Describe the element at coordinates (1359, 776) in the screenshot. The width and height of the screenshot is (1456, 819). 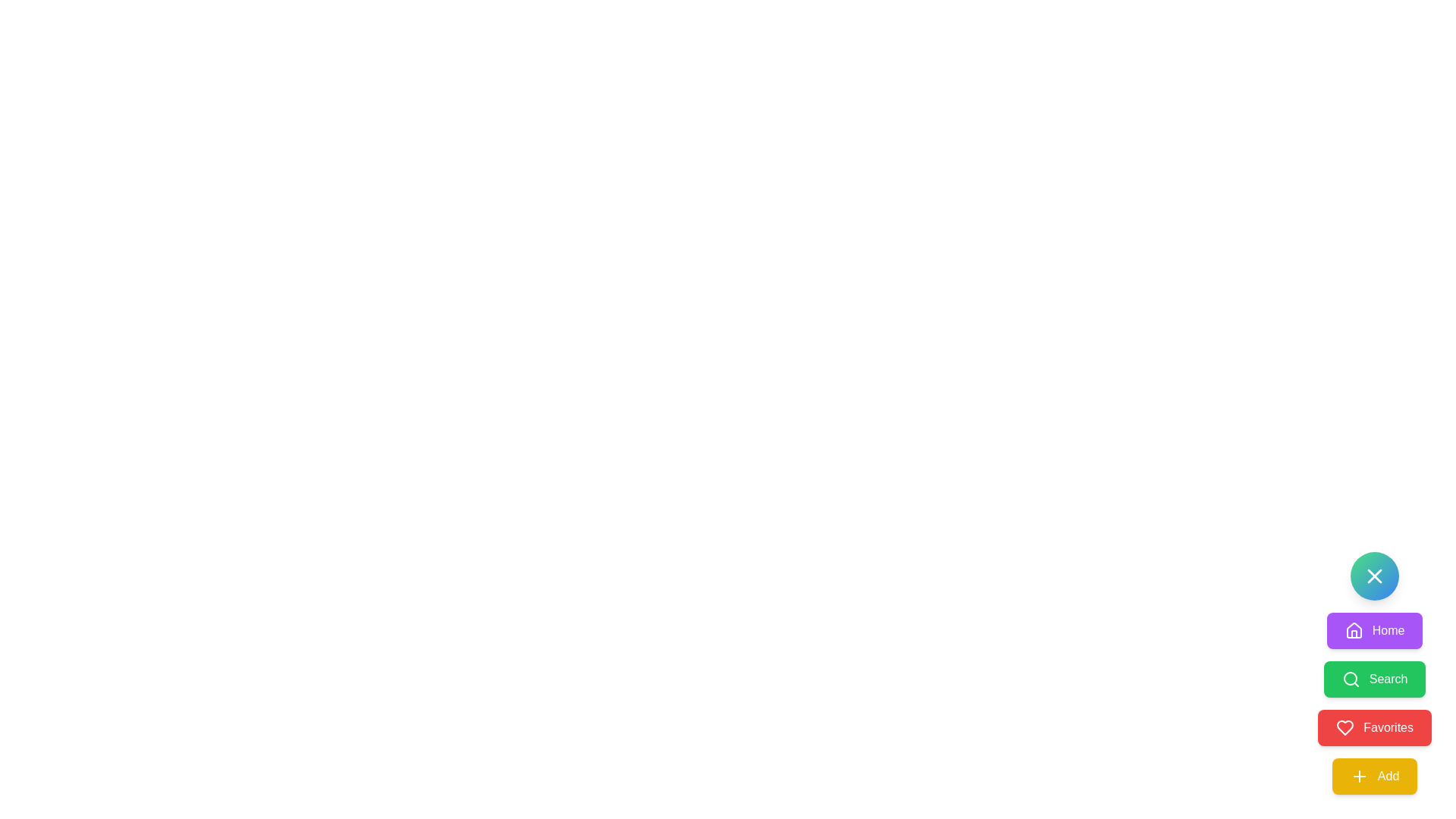
I see `the icon inside the 'Add' button, located at the bottom of the vertical stack of buttons on the right side of the interface` at that location.